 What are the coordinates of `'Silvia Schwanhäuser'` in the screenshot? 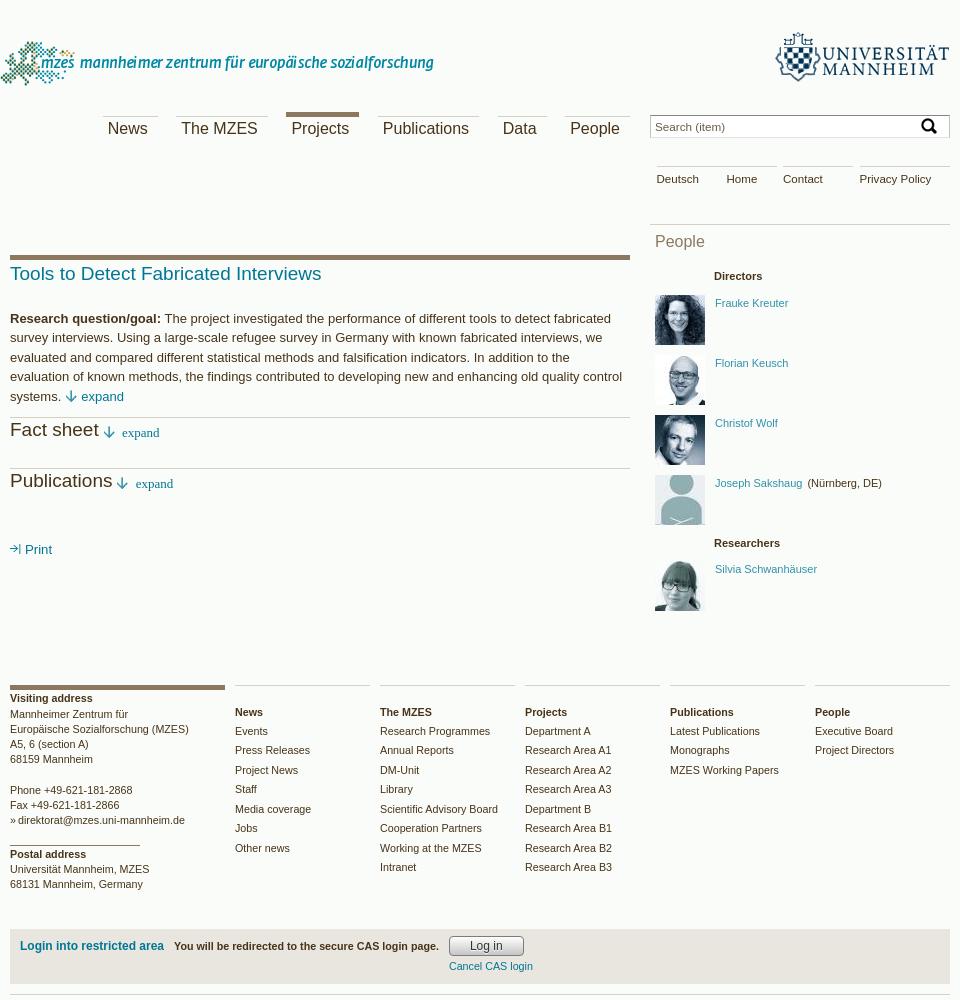 It's located at (764, 568).